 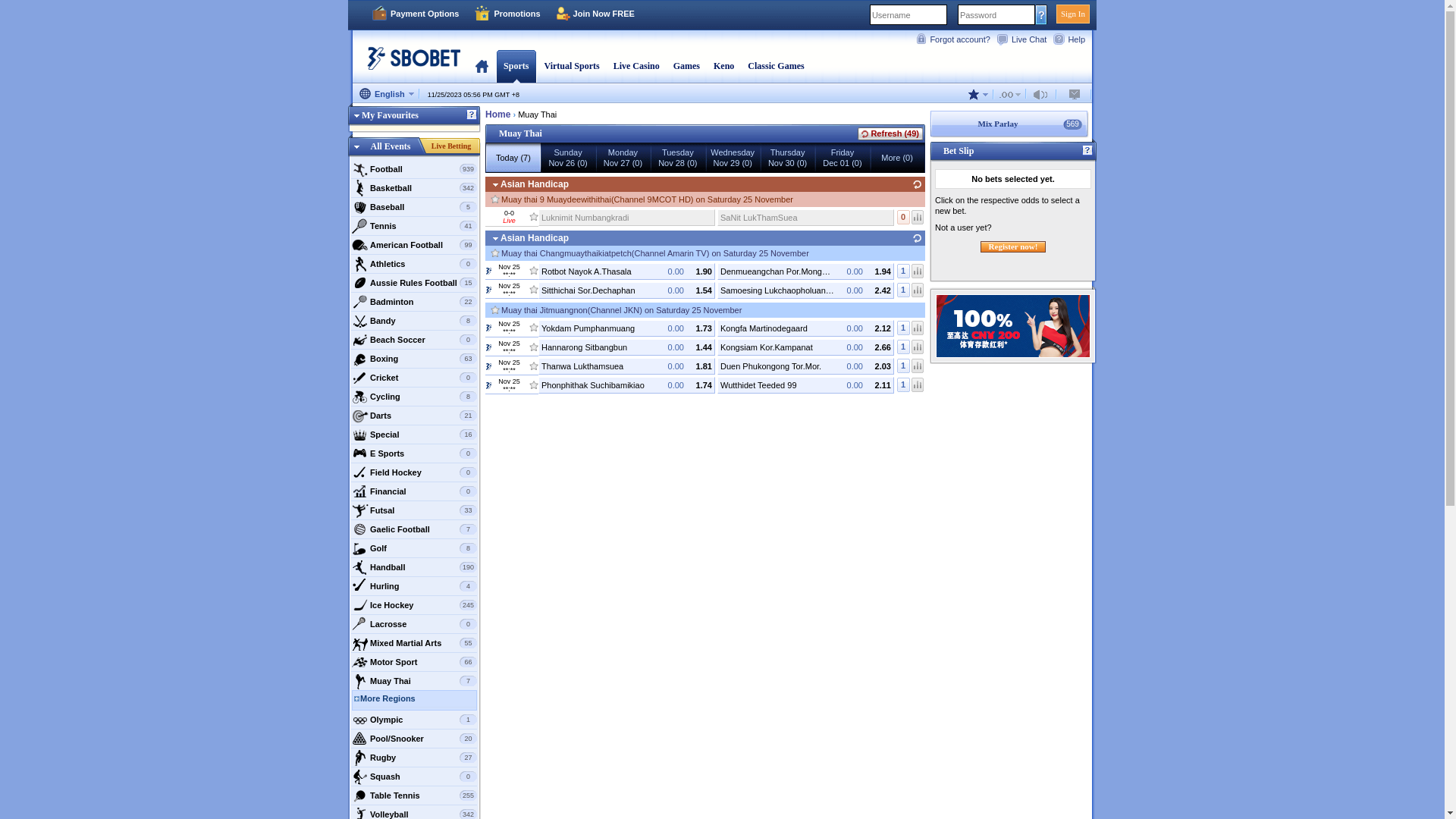 I want to click on 'Futsal, so click(x=414, y=510).